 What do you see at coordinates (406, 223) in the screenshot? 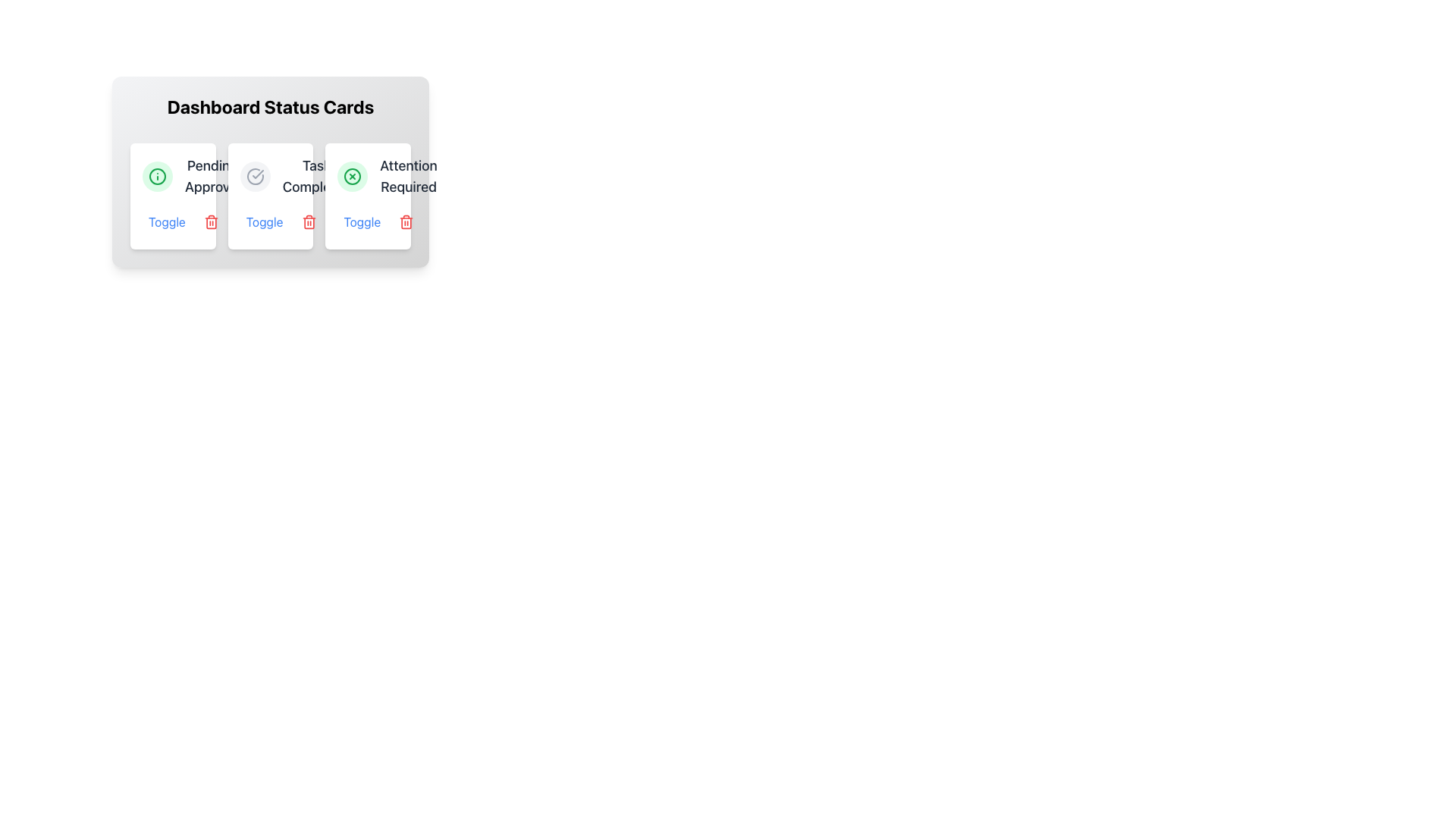
I see `the trash bin icon button located at the bottom-right corner of the third card under 'Dashboard Status Cards'` at bounding box center [406, 223].